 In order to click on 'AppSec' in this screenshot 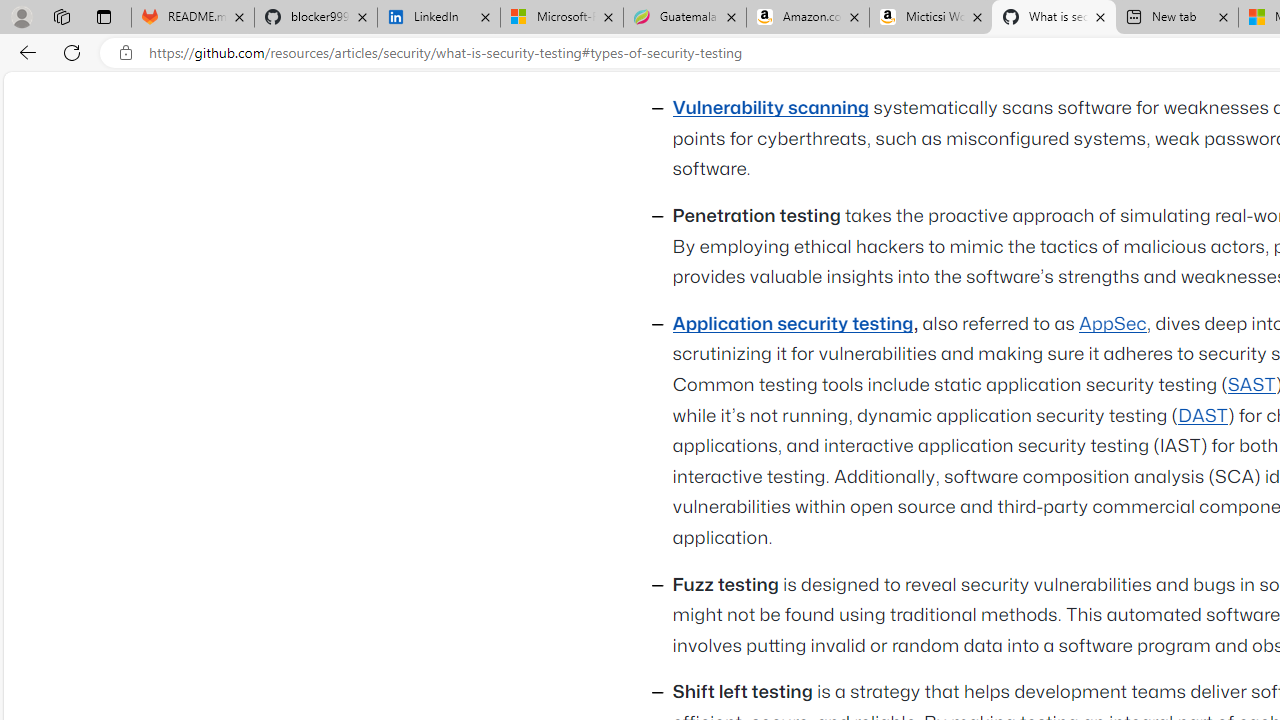, I will do `click(1111, 323)`.